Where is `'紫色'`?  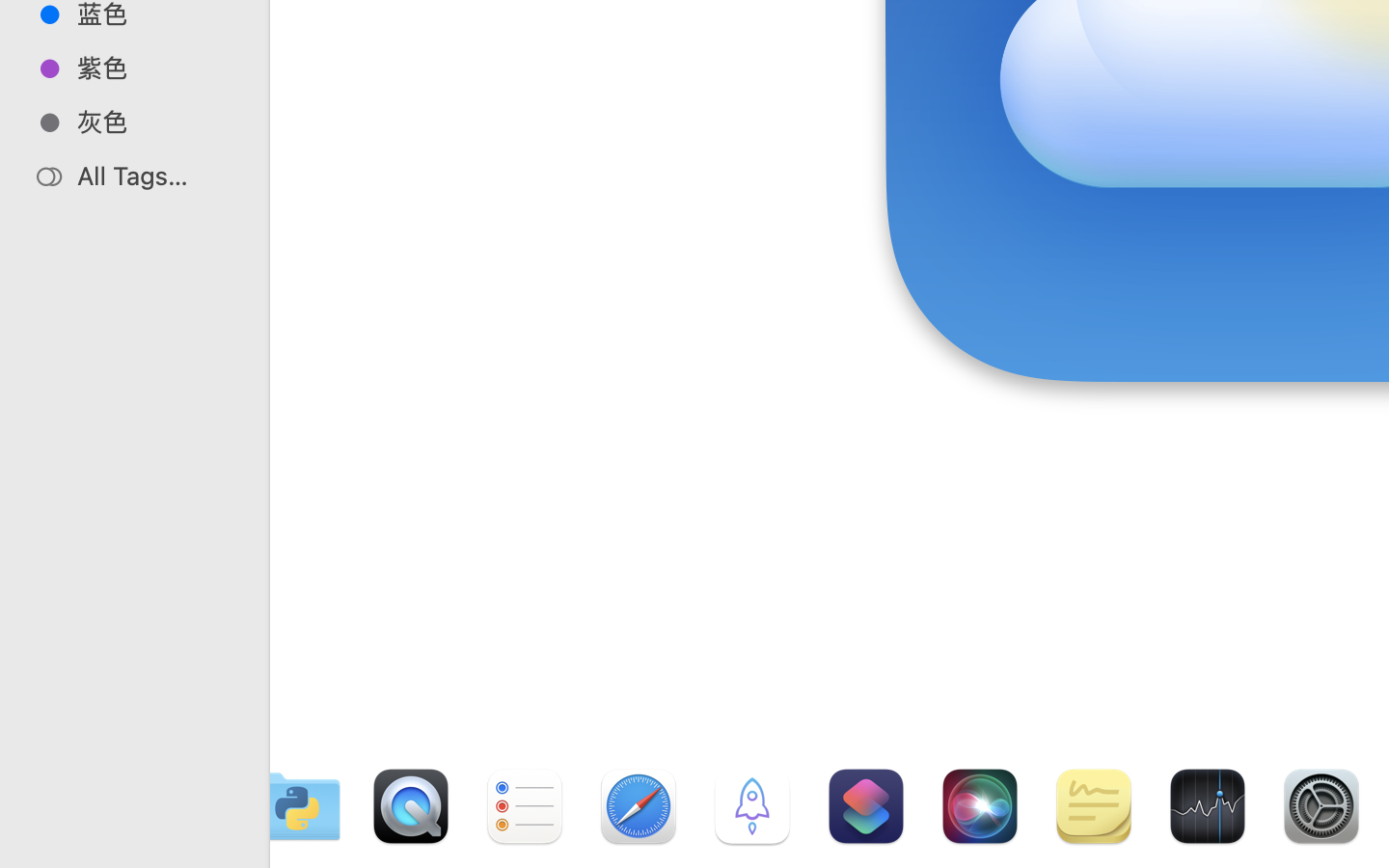
'紫色' is located at coordinates (153, 67).